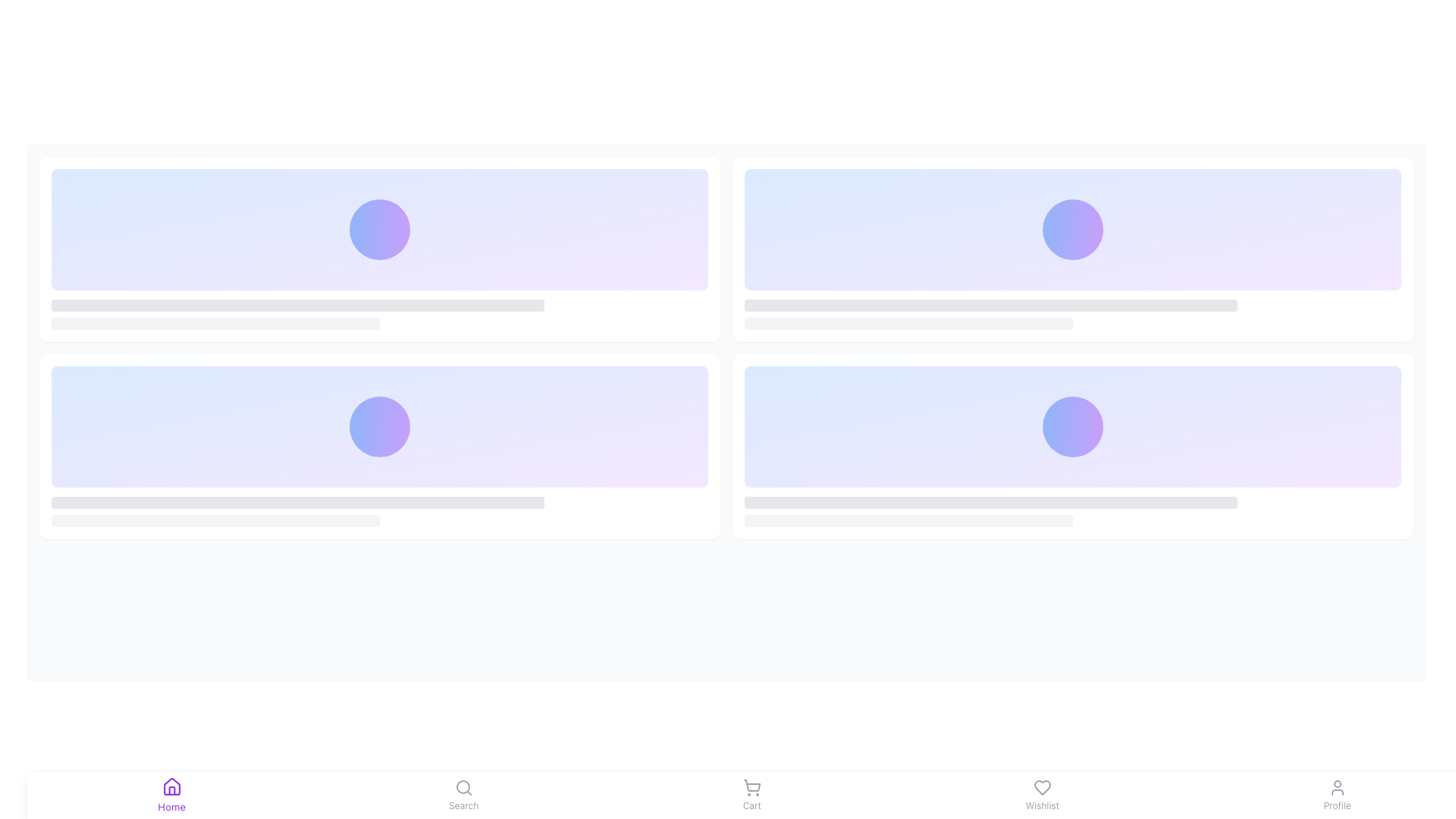  Describe the element at coordinates (1072, 230) in the screenshot. I see `the Decorative panel, which features a gradient background transitioning from light blue to light purple and has a circular decorative feature with a darker blue to purple gradient at its center` at that location.